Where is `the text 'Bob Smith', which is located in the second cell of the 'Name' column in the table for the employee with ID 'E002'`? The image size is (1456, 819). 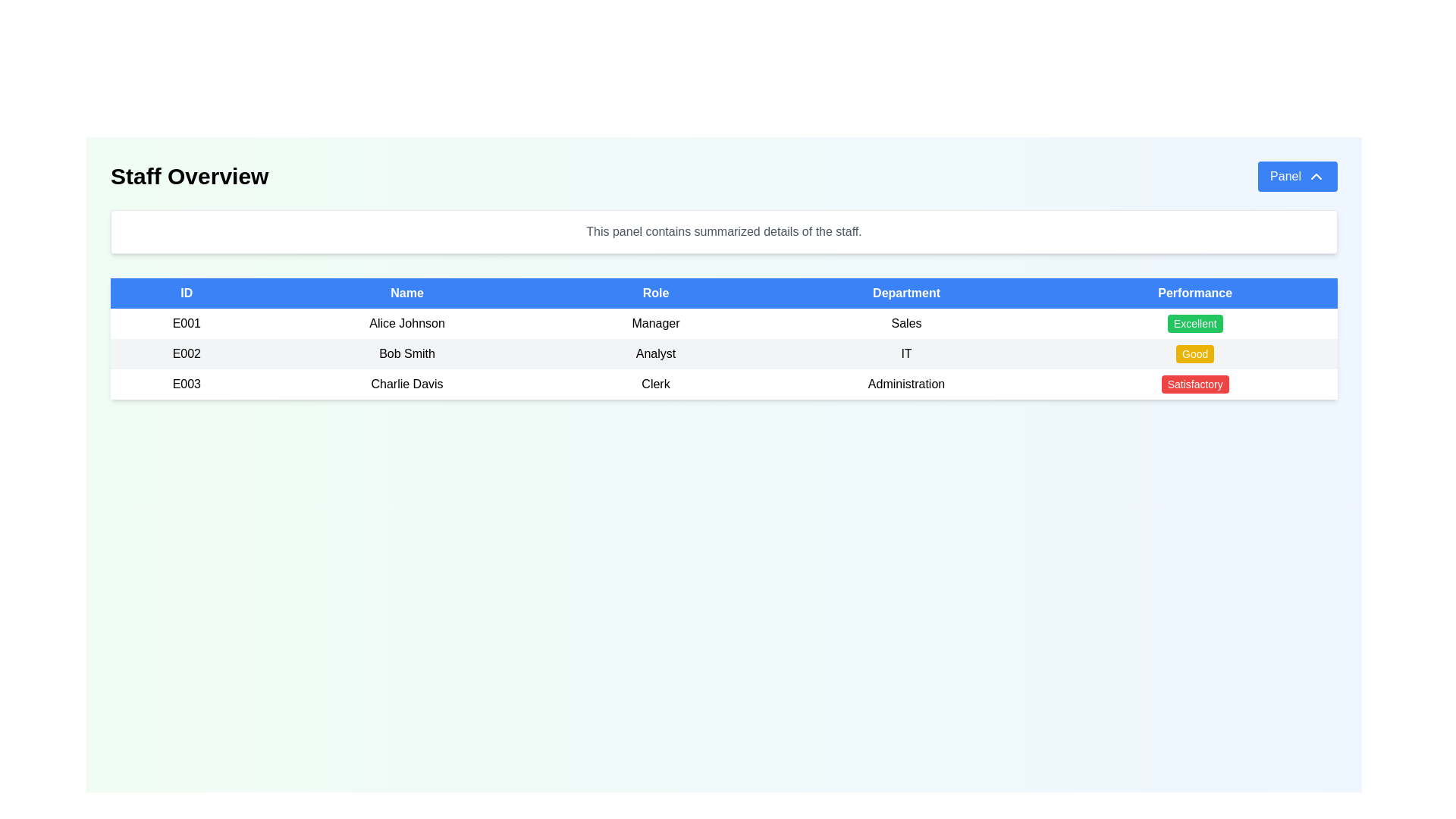 the text 'Bob Smith', which is located in the second cell of the 'Name' column in the table for the employee with ID 'E002' is located at coordinates (407, 353).